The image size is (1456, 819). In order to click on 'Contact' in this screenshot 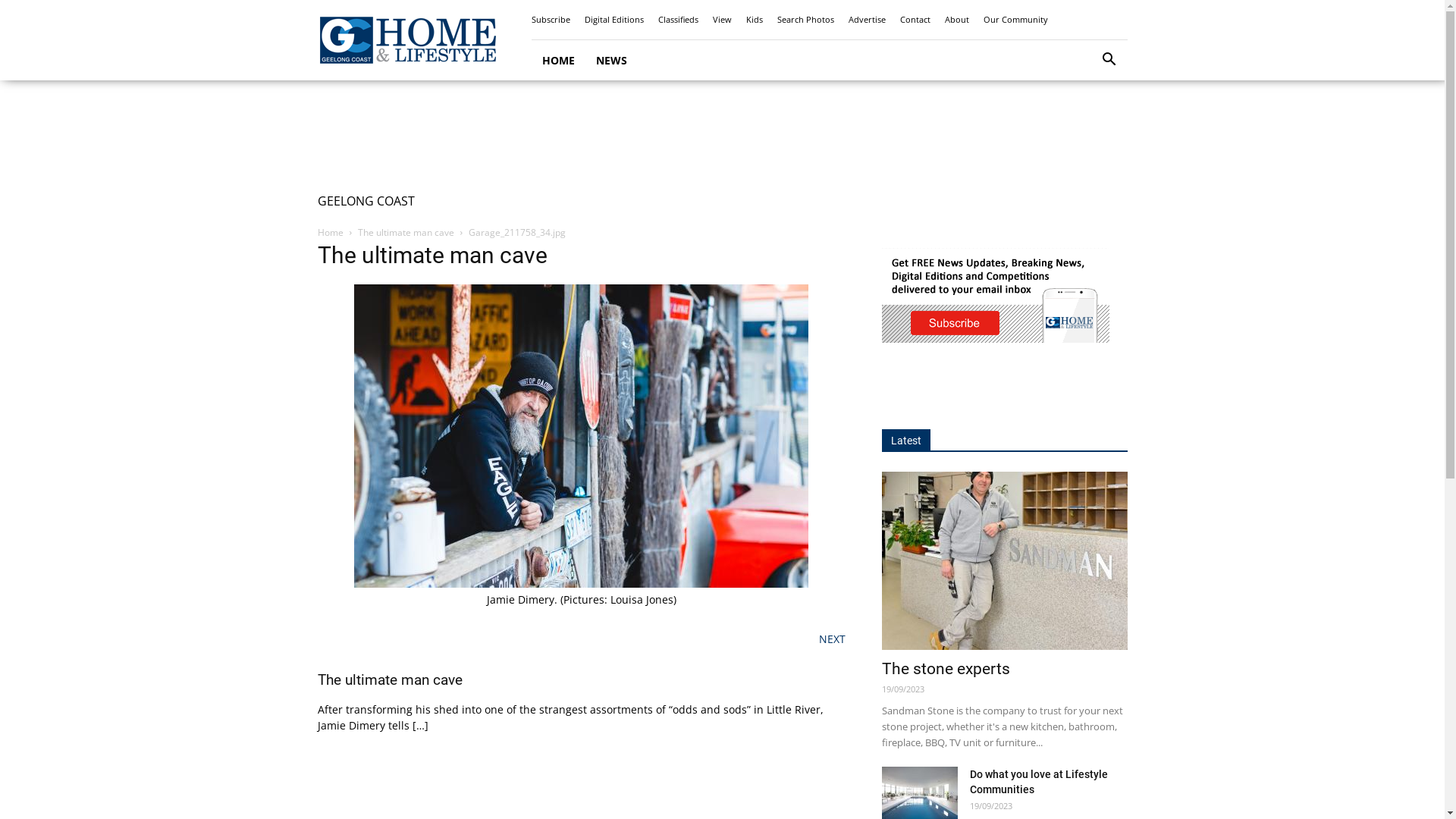, I will do `click(913, 19)`.